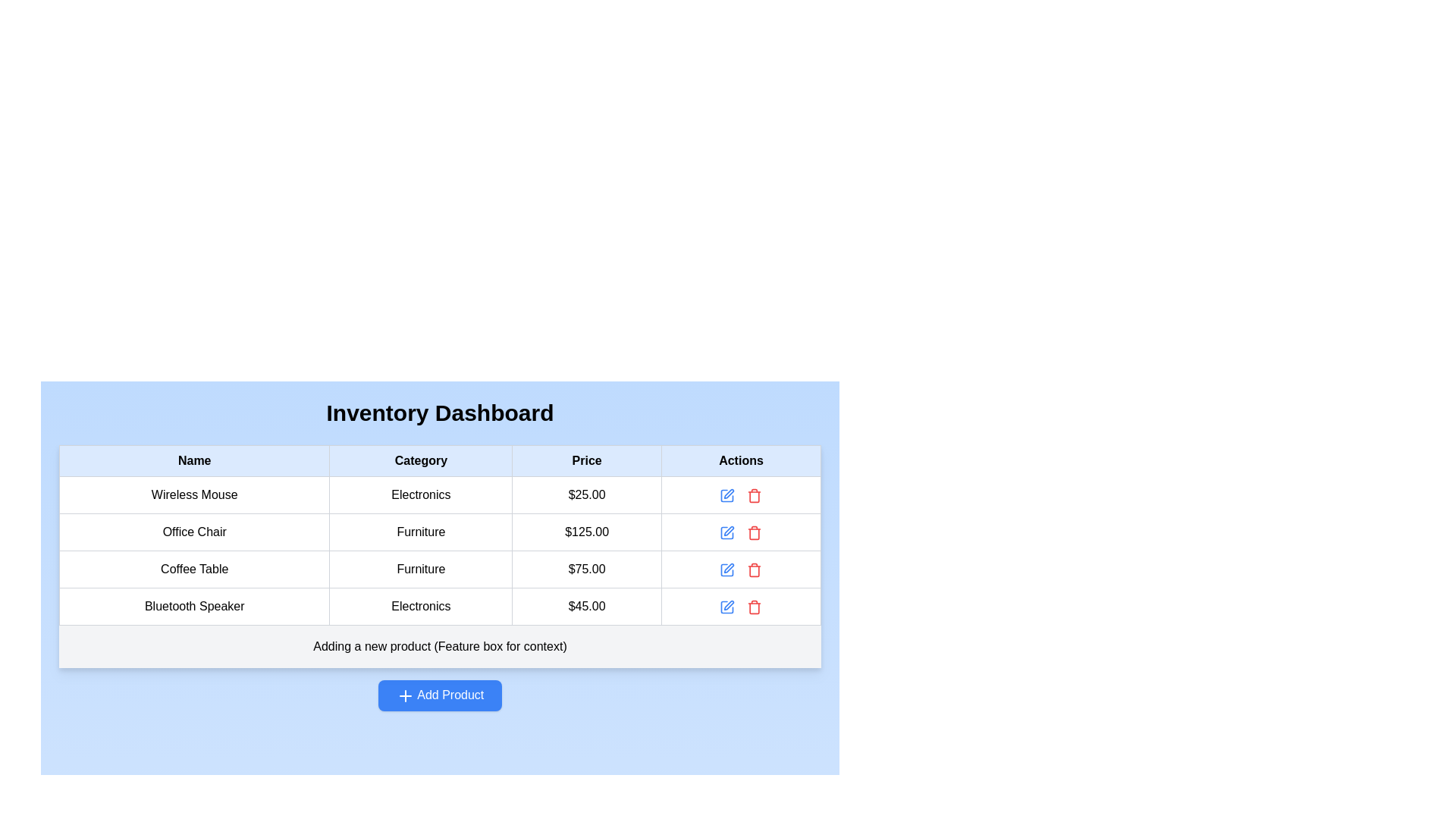 Image resolution: width=1456 pixels, height=819 pixels. Describe the element at coordinates (726, 532) in the screenshot. I see `the 'pen' or 'edit' icon located in the rightmost column labeled 'Actions' in the second row of the data table to initiate editing` at that location.